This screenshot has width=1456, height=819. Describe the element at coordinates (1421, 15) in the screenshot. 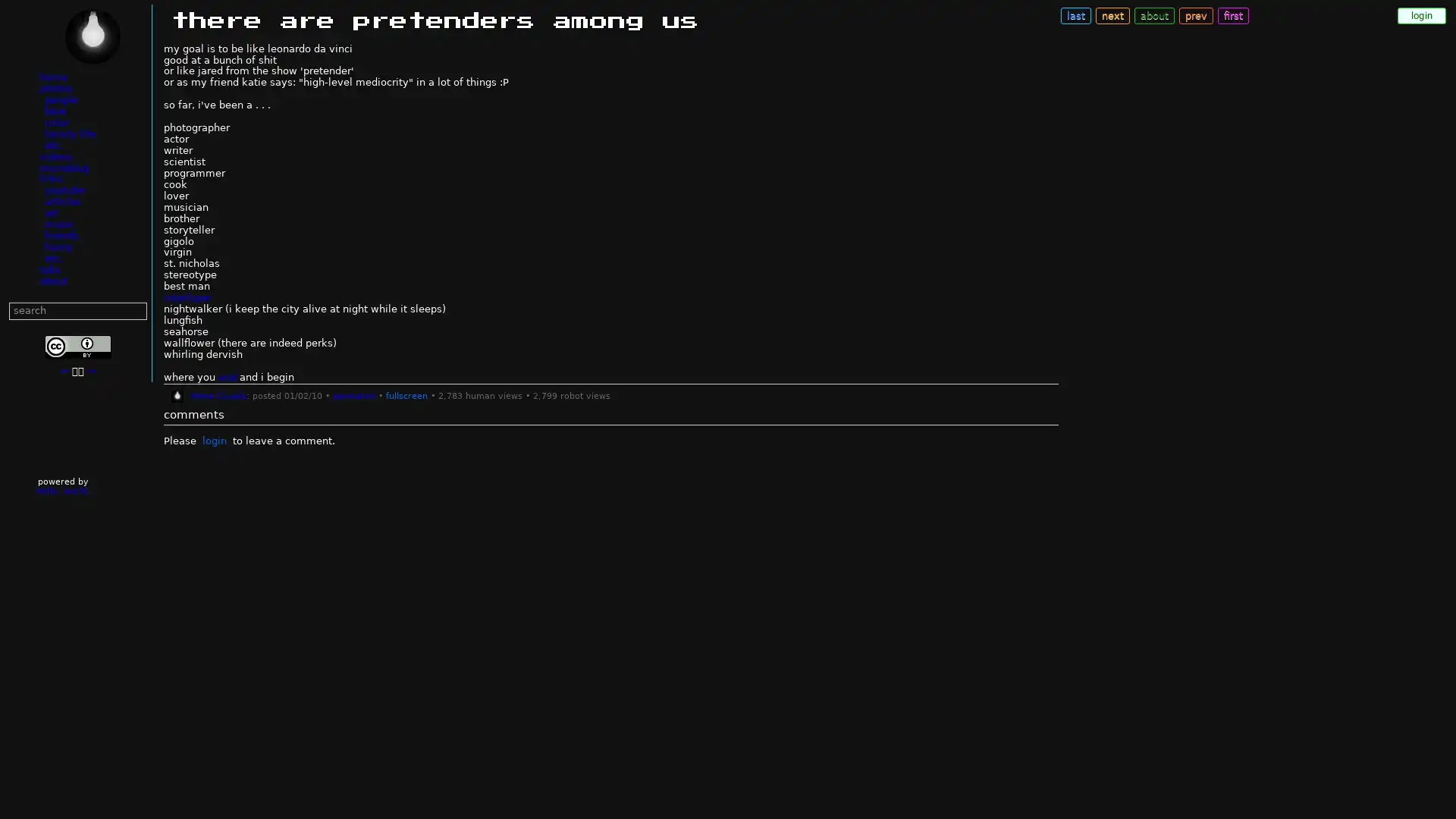

I see `login` at that location.